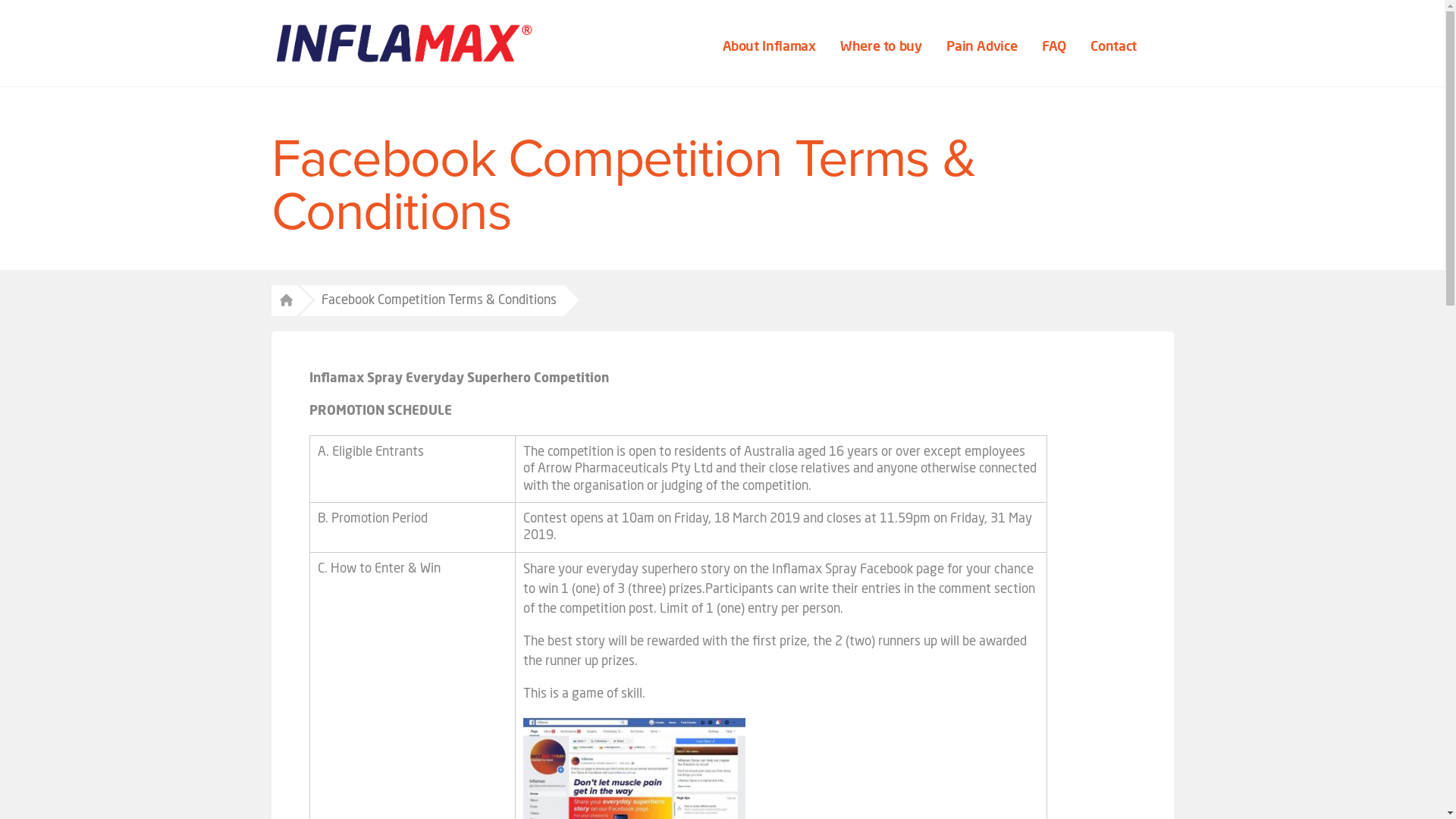 The height and width of the screenshot is (819, 1456). I want to click on 'Home page', so click(403, 42).